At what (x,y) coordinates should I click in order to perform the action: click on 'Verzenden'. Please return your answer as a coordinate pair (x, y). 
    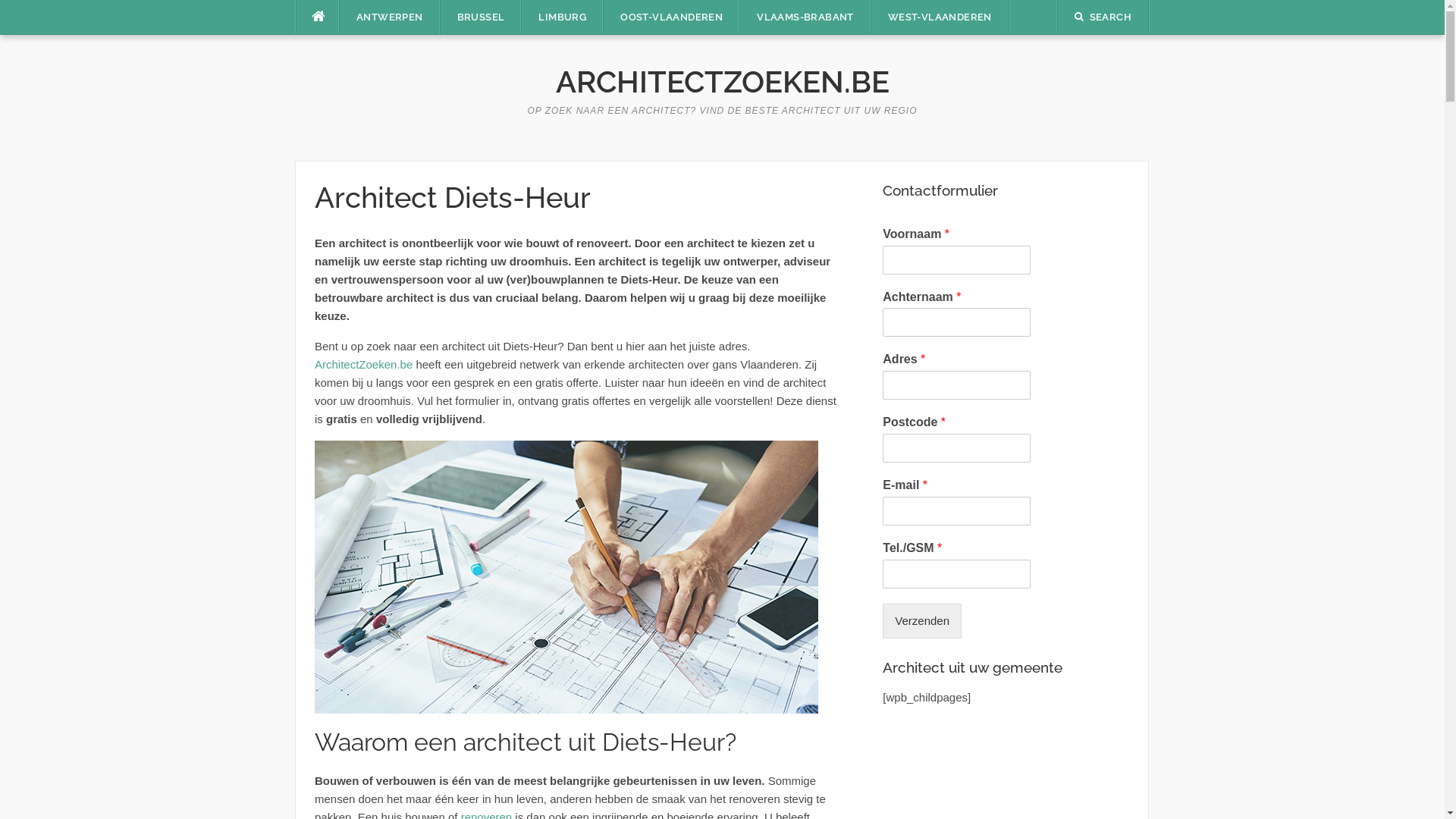
    Looking at the image, I should click on (921, 620).